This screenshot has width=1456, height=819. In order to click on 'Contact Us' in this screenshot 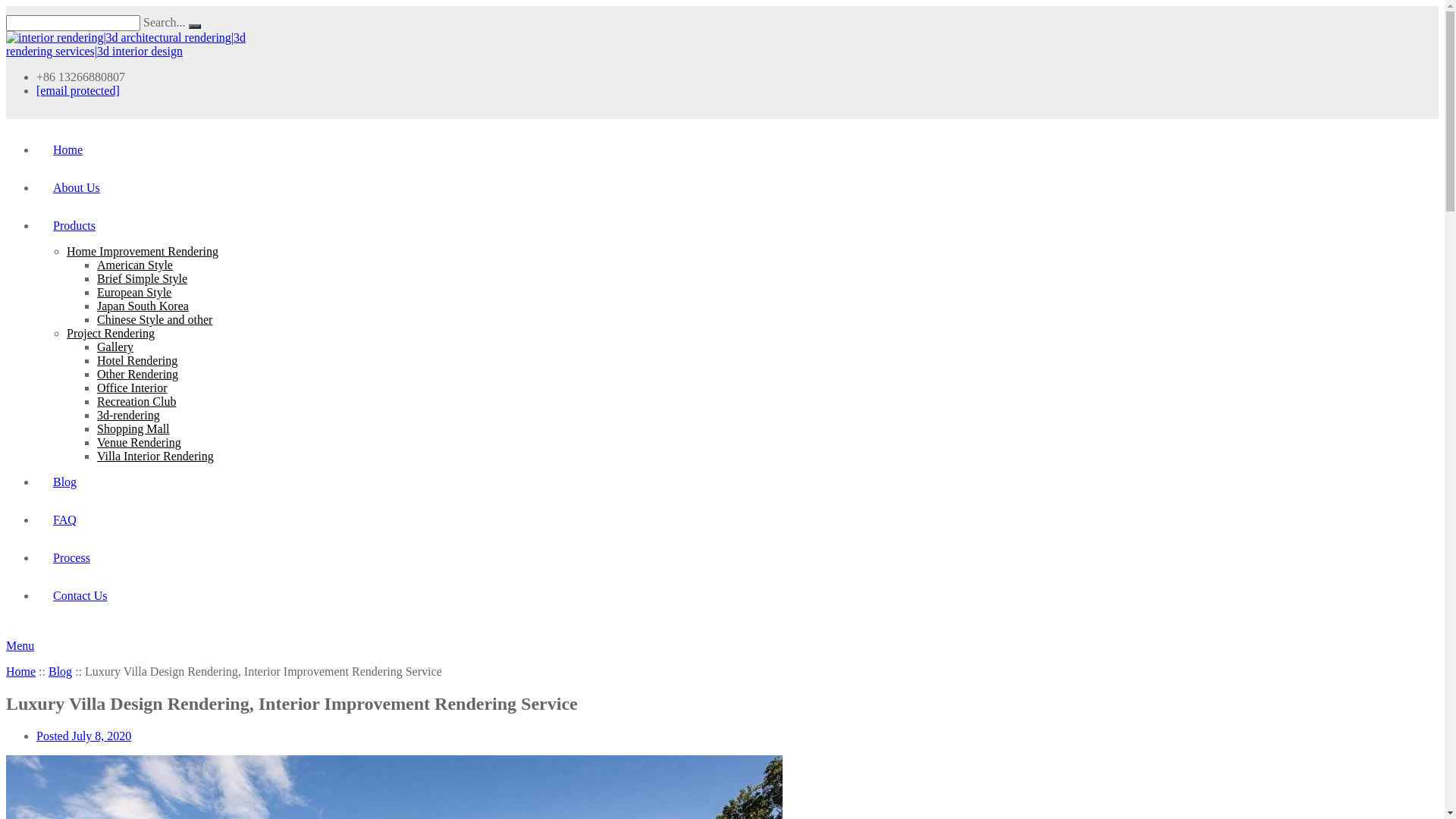, I will do `click(75, 595)`.